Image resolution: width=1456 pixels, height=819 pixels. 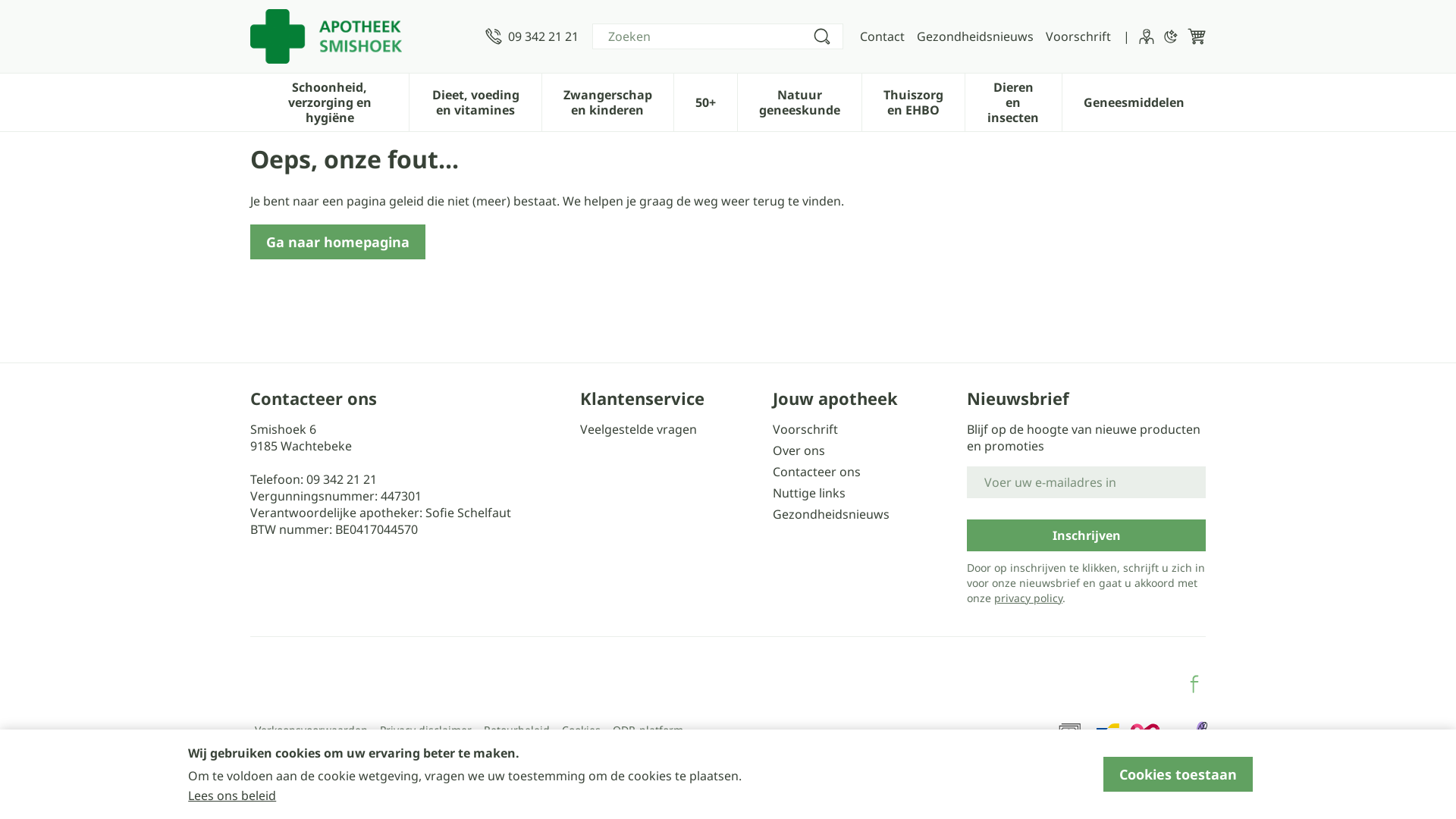 I want to click on 'Retourbeleid', so click(x=483, y=730).